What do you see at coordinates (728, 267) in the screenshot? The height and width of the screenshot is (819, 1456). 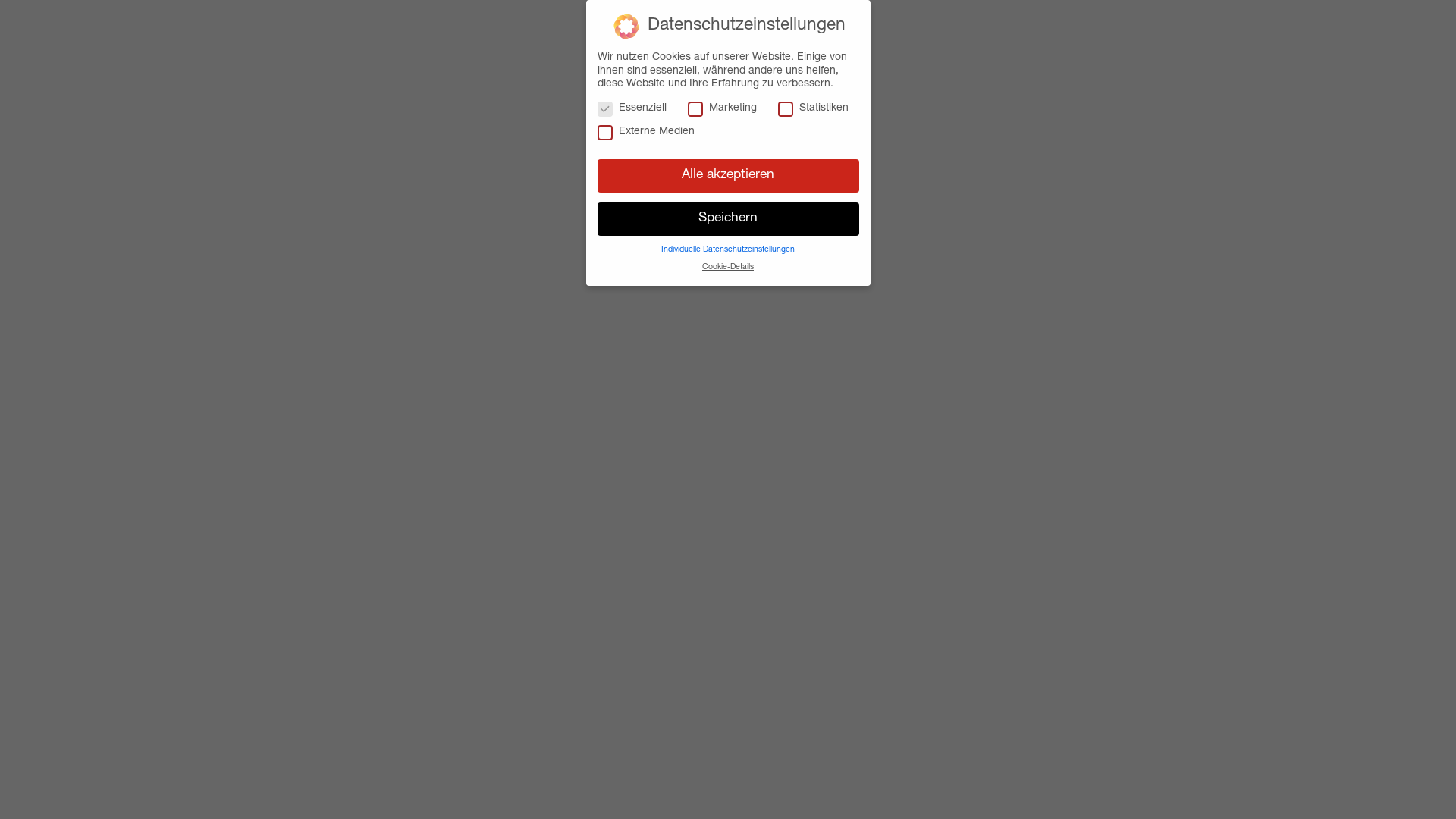 I see `'Cookie-Details'` at bounding box center [728, 267].